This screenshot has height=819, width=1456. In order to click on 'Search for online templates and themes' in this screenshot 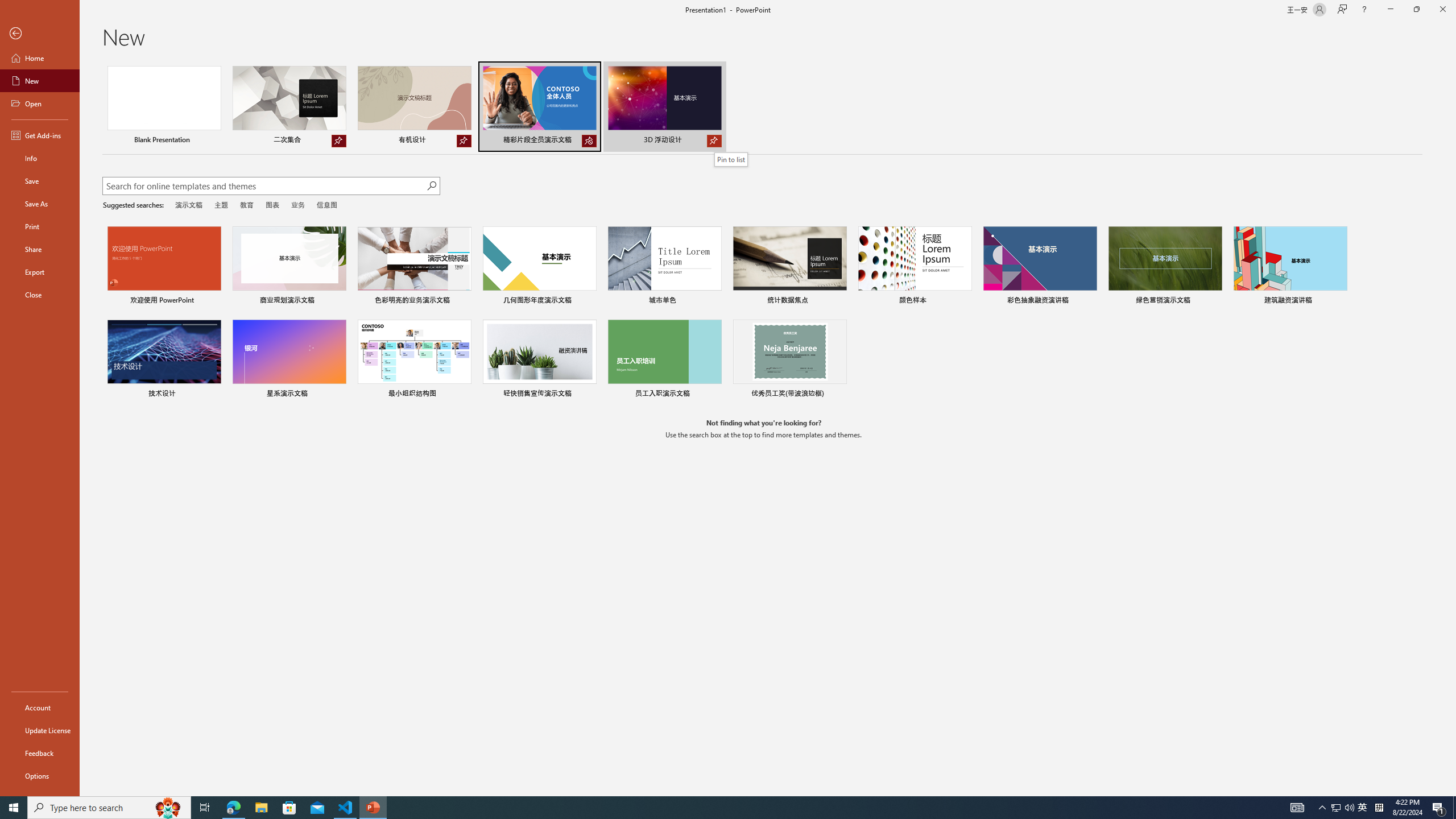, I will do `click(264, 187)`.